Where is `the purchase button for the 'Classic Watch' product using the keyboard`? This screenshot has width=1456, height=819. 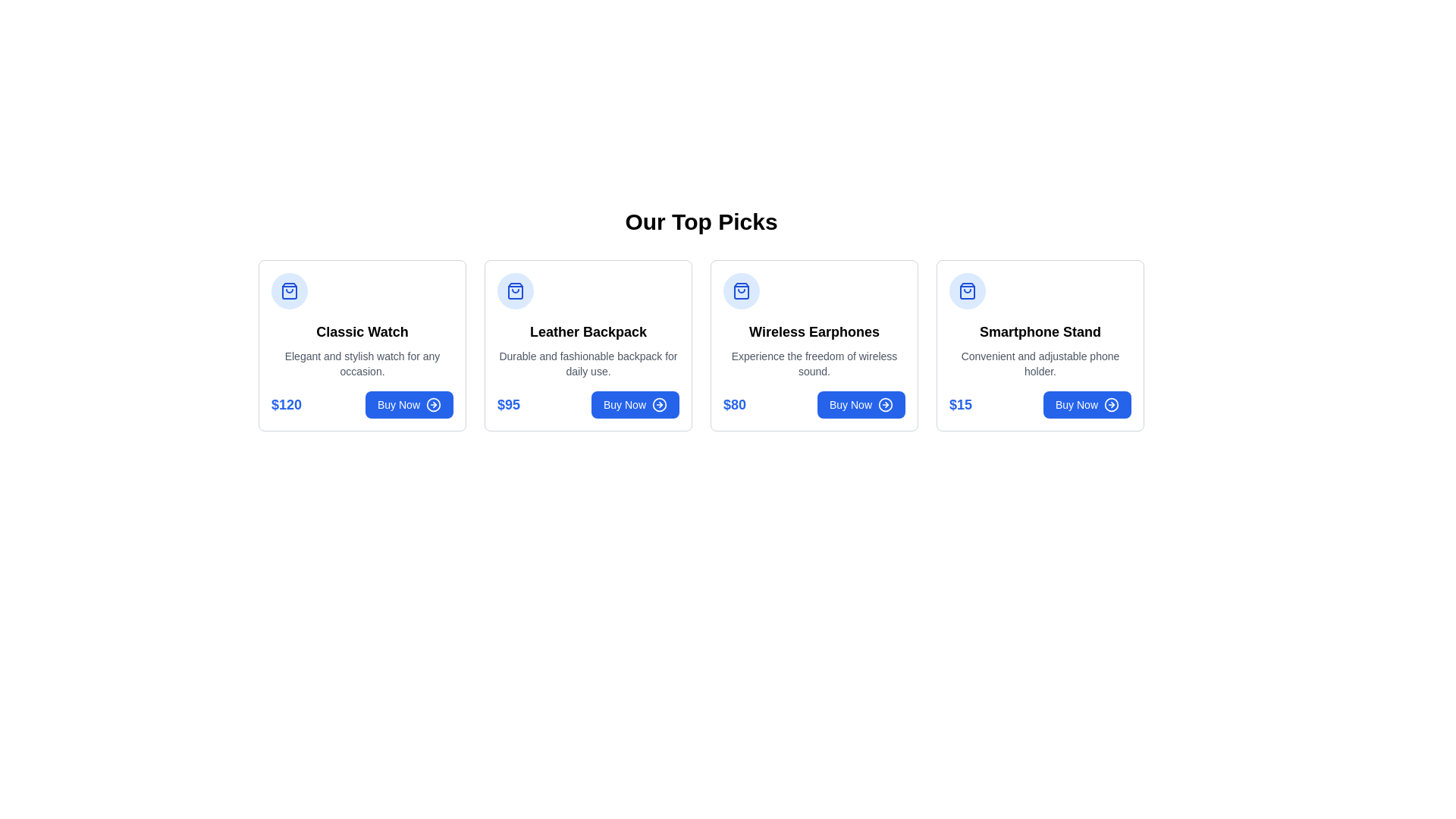 the purchase button for the 'Classic Watch' product using the keyboard is located at coordinates (409, 403).